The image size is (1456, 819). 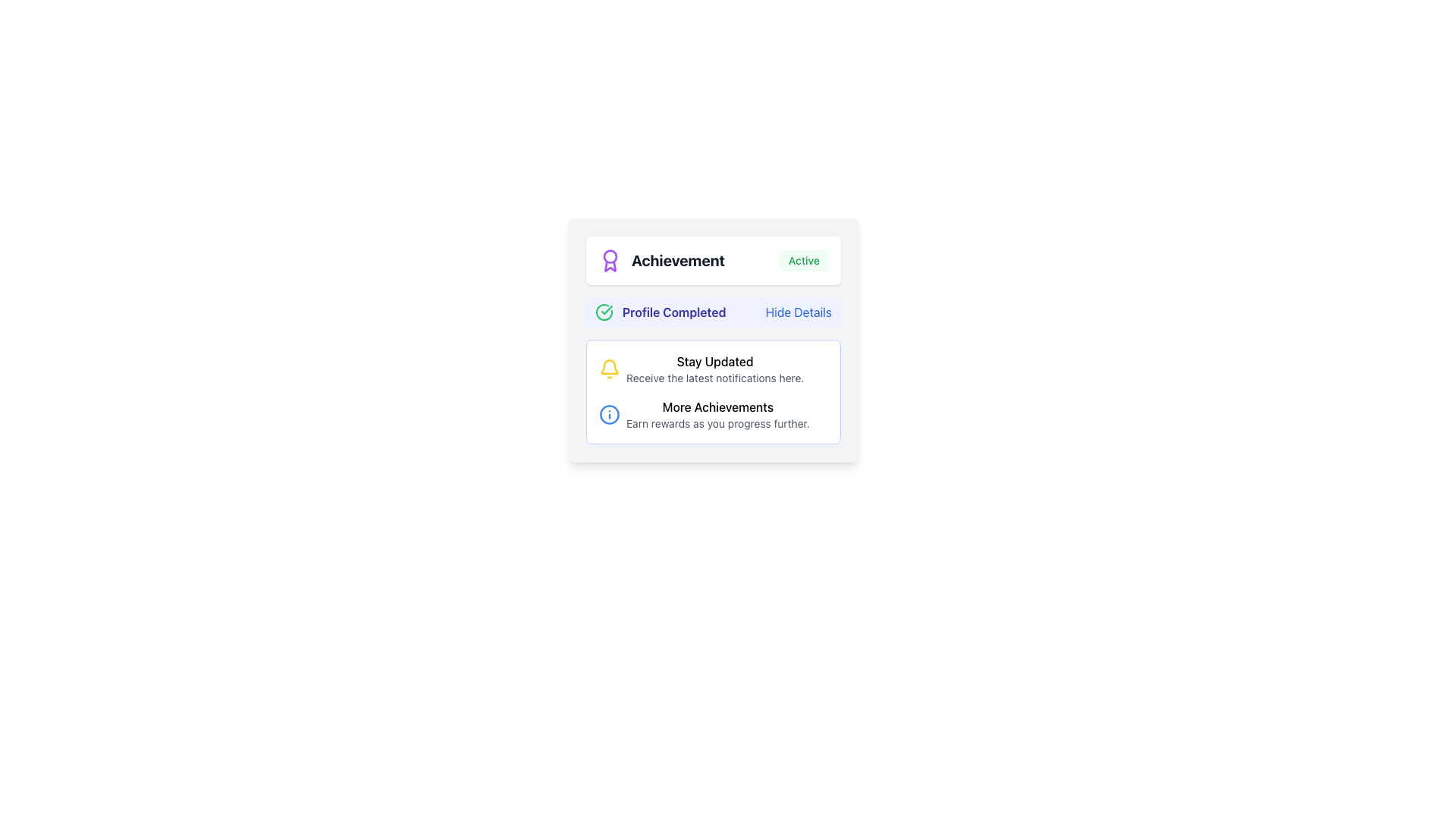 What do you see at coordinates (610, 415) in the screenshot?
I see `the blue information icon with a lowercase 'i' located to the left of the 'More Achievements' text in the rewards section` at bounding box center [610, 415].